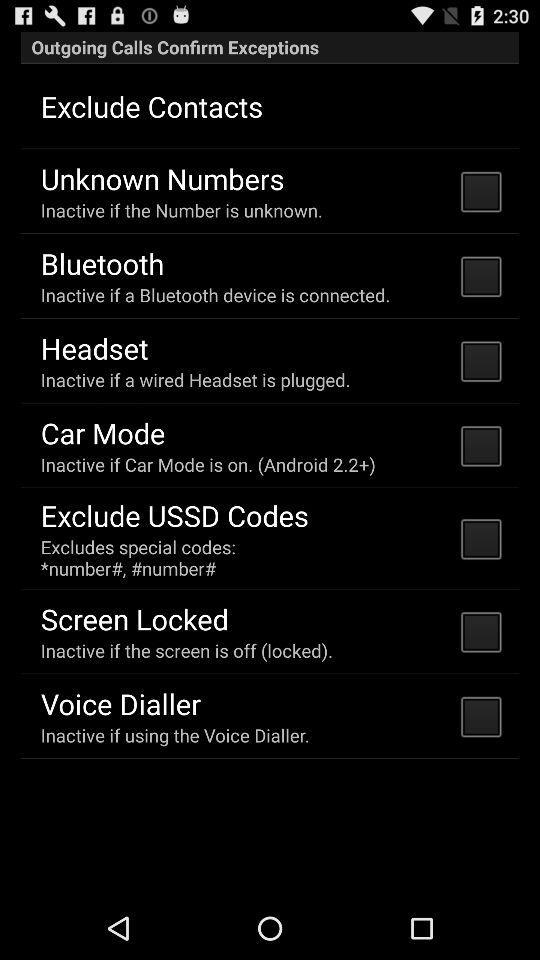  I want to click on check box which is next to headset, so click(479, 360).